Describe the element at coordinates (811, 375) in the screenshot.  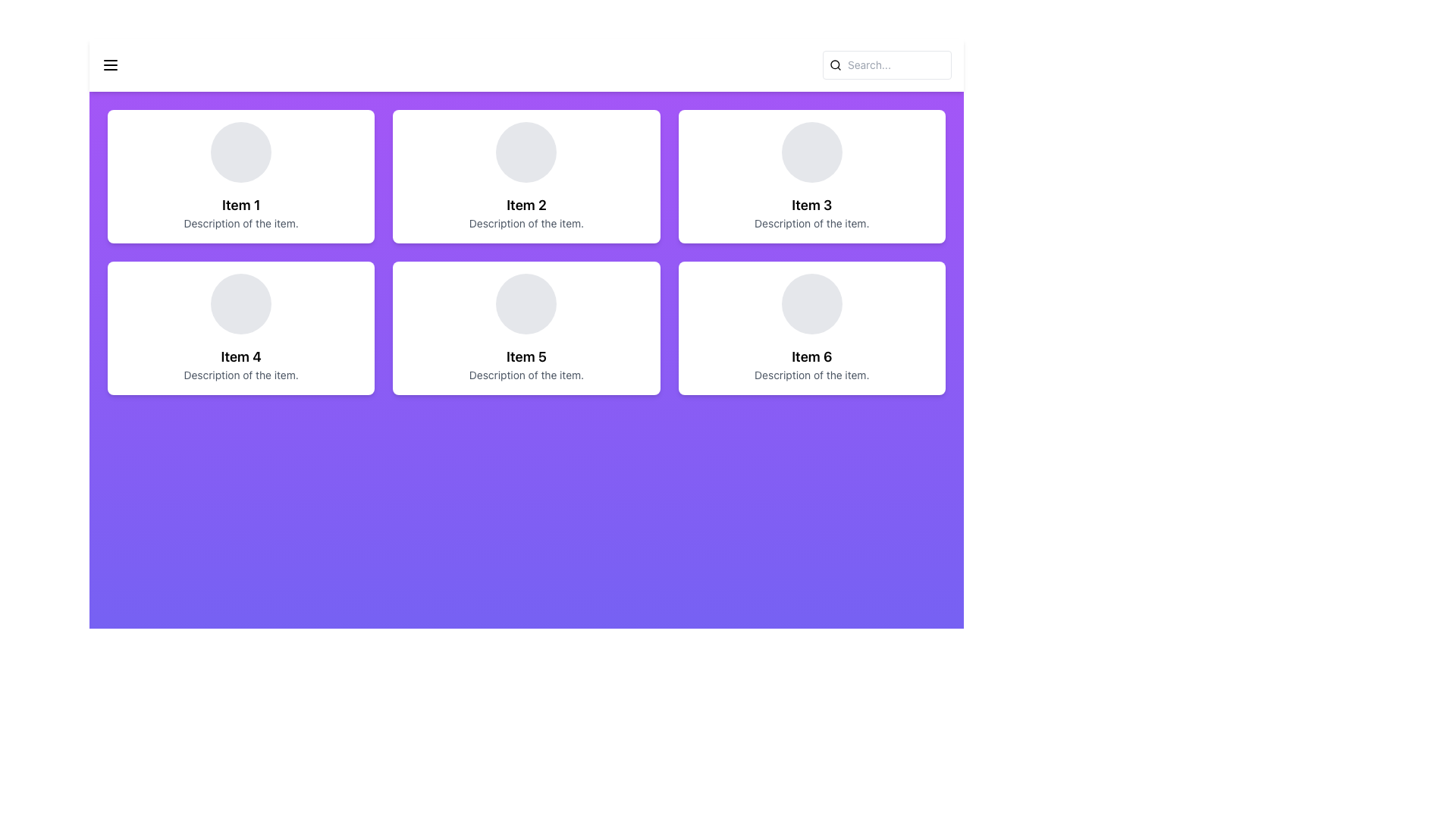
I see `the static text label positioned below the title 'Item 6' in the bottom-right card of the grid layout` at that location.